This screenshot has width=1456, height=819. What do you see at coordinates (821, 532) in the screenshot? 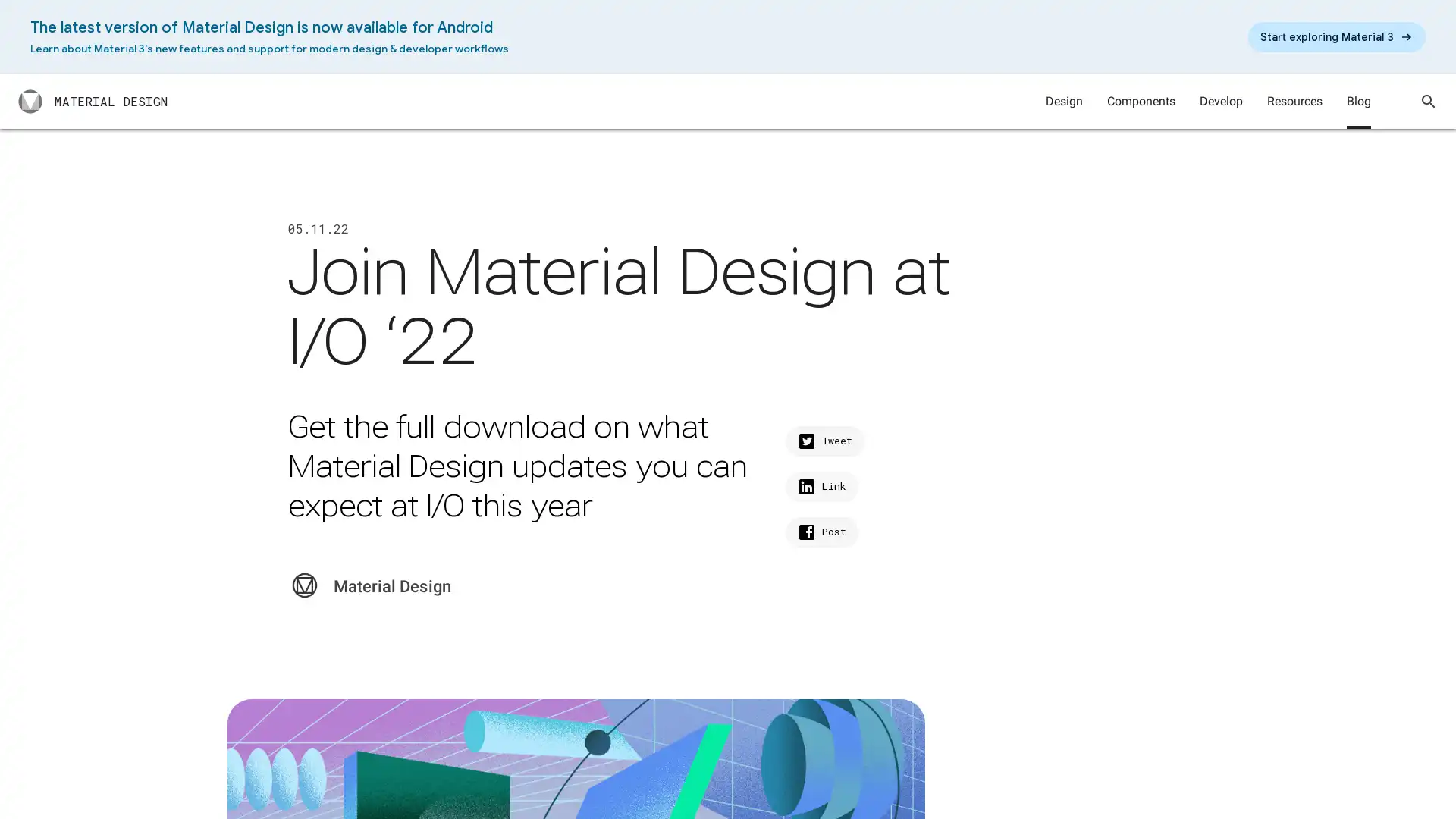
I see `share on Facebook` at bounding box center [821, 532].